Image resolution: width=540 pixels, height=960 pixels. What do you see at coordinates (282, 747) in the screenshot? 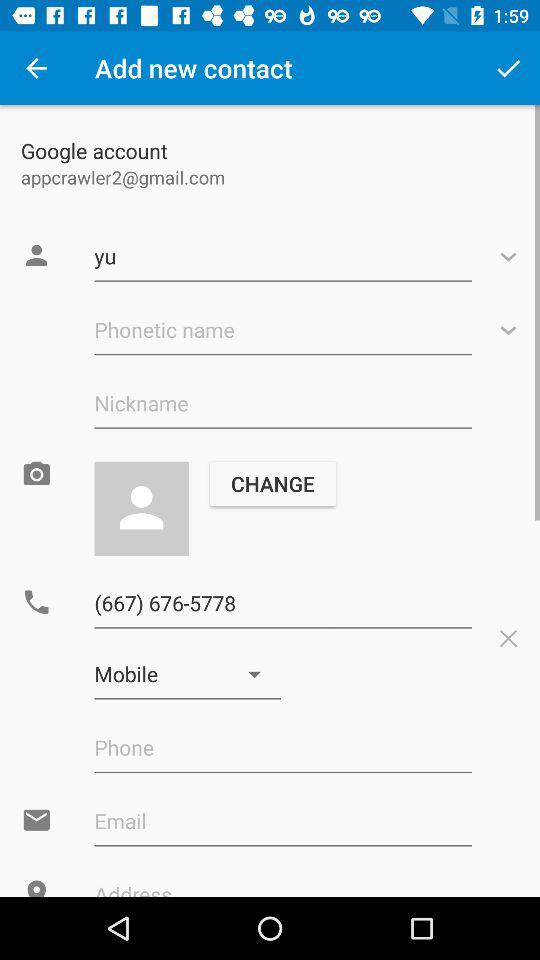
I see `the entry bar phone below mobile` at bounding box center [282, 747].